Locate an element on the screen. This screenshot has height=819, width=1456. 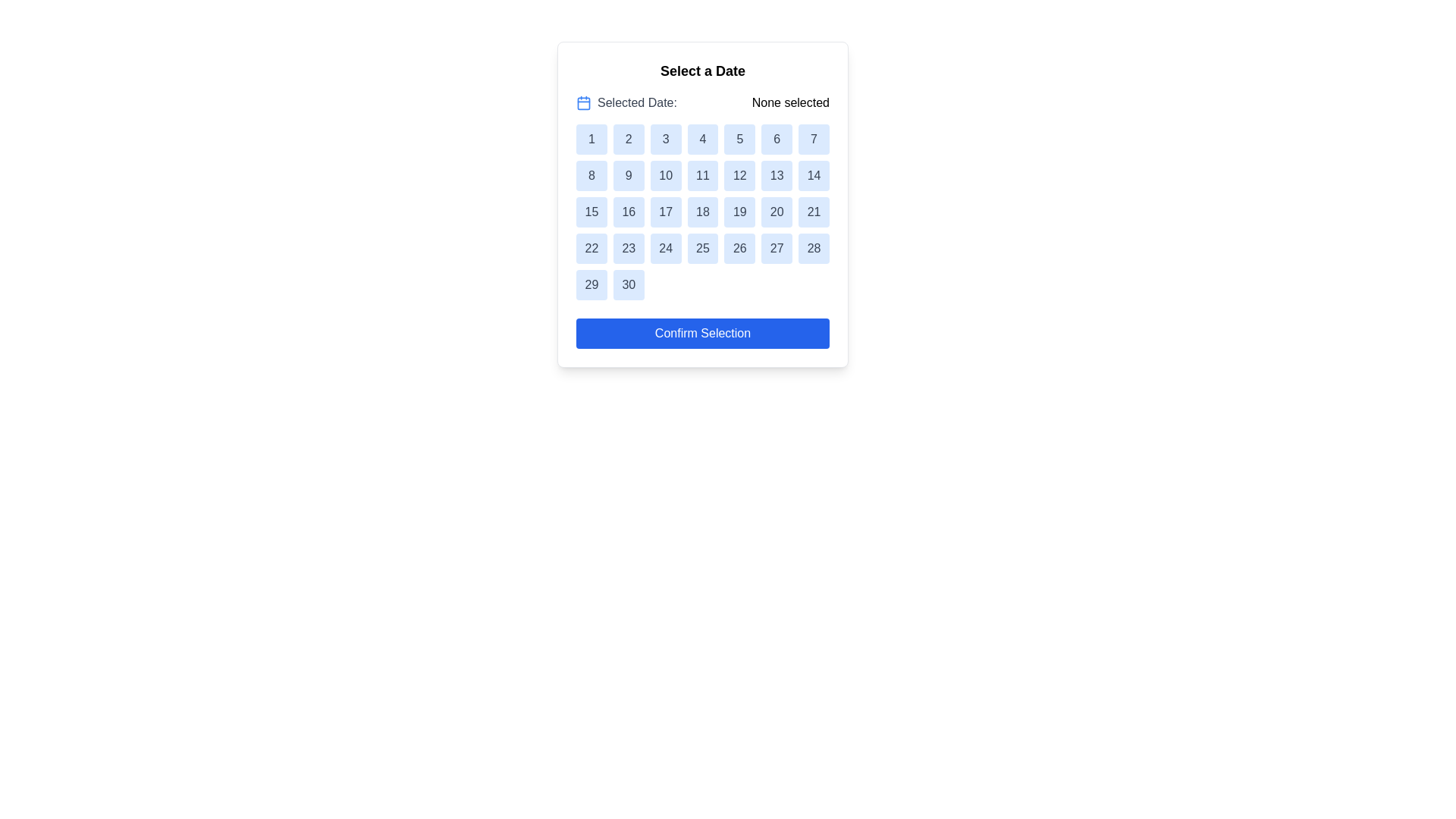
the date button representing the date '4' in the date selector is located at coordinates (701, 140).